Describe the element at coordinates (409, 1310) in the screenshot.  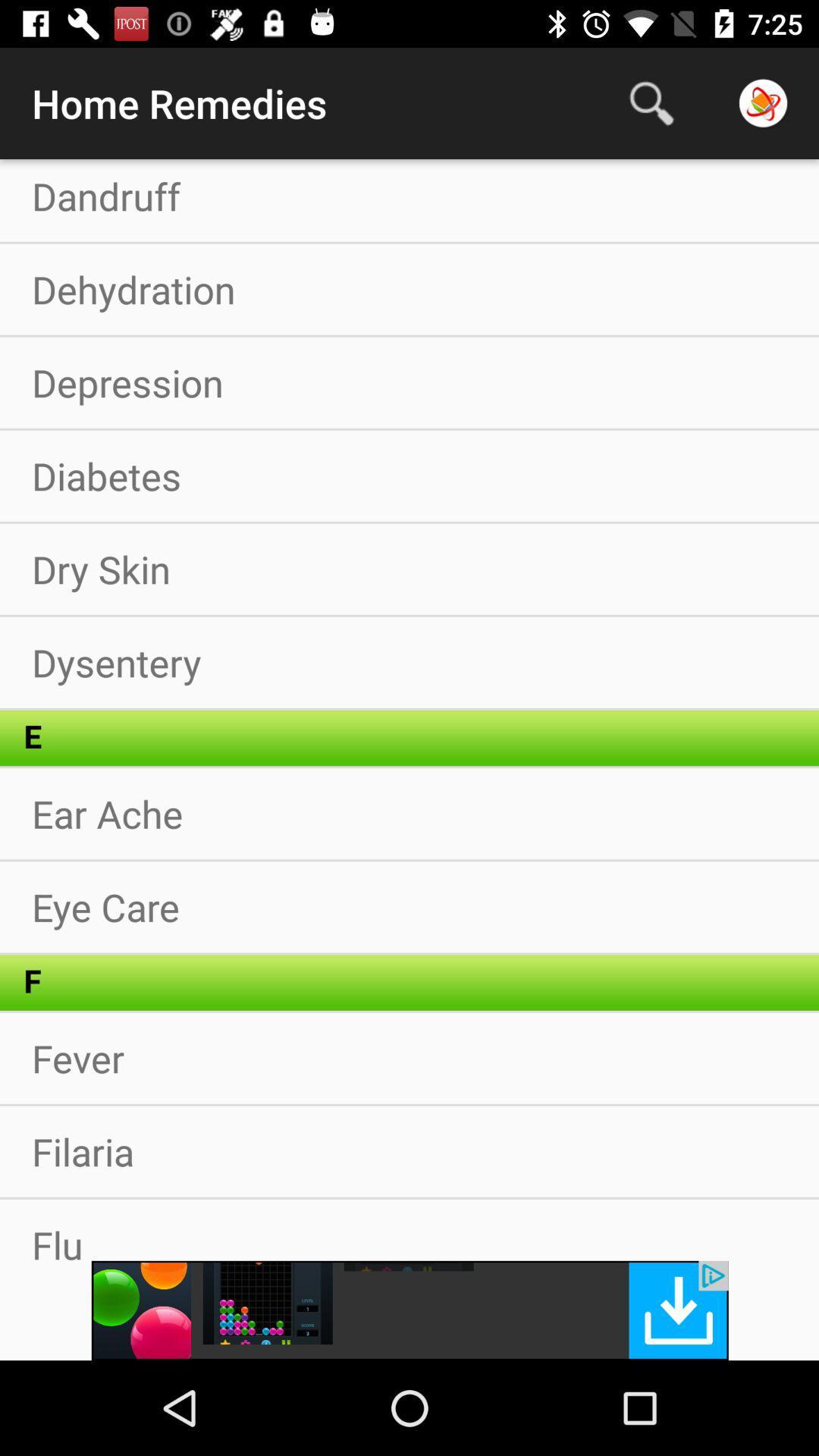
I see `advertising area` at that location.